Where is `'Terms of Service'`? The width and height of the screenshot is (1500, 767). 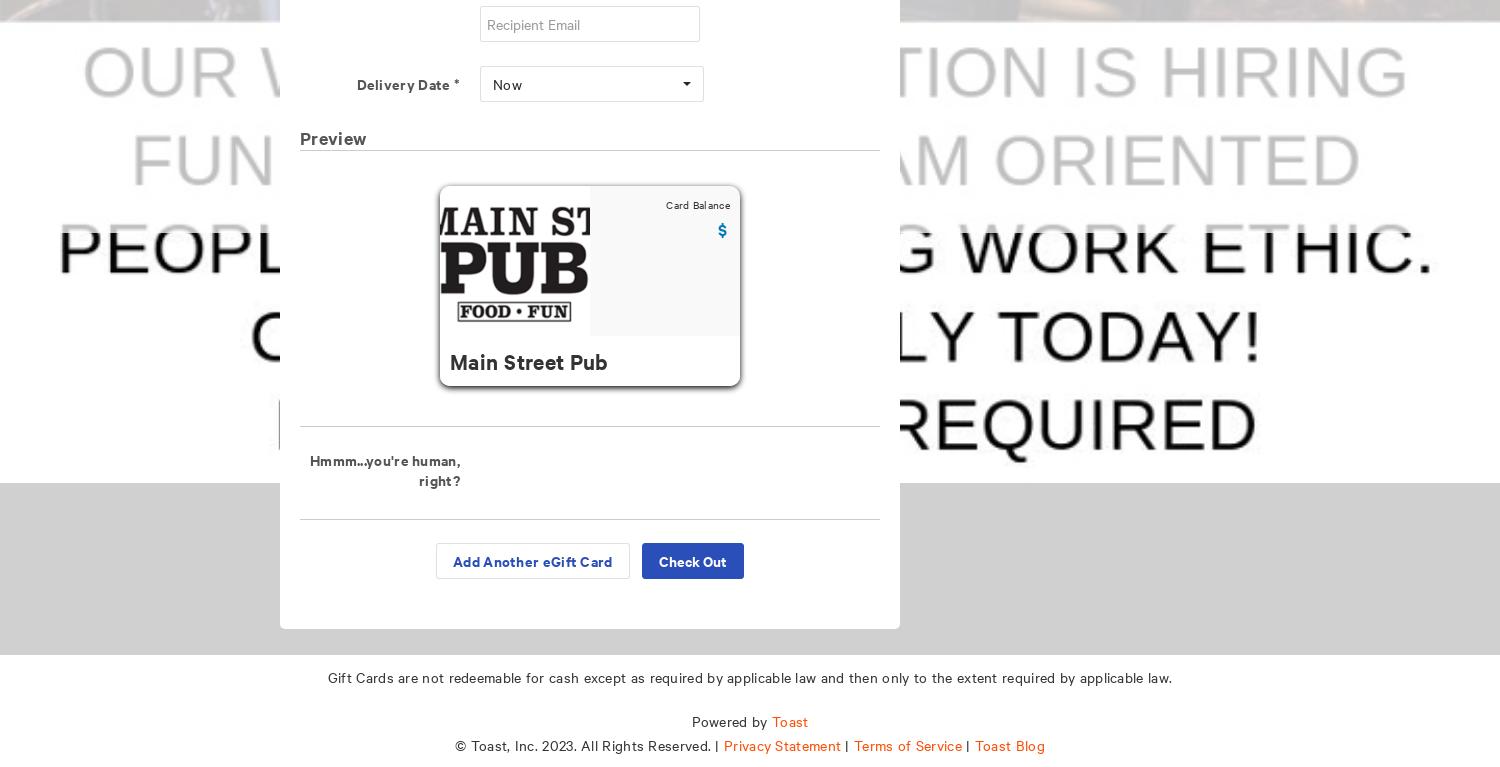 'Terms of Service' is located at coordinates (907, 744).